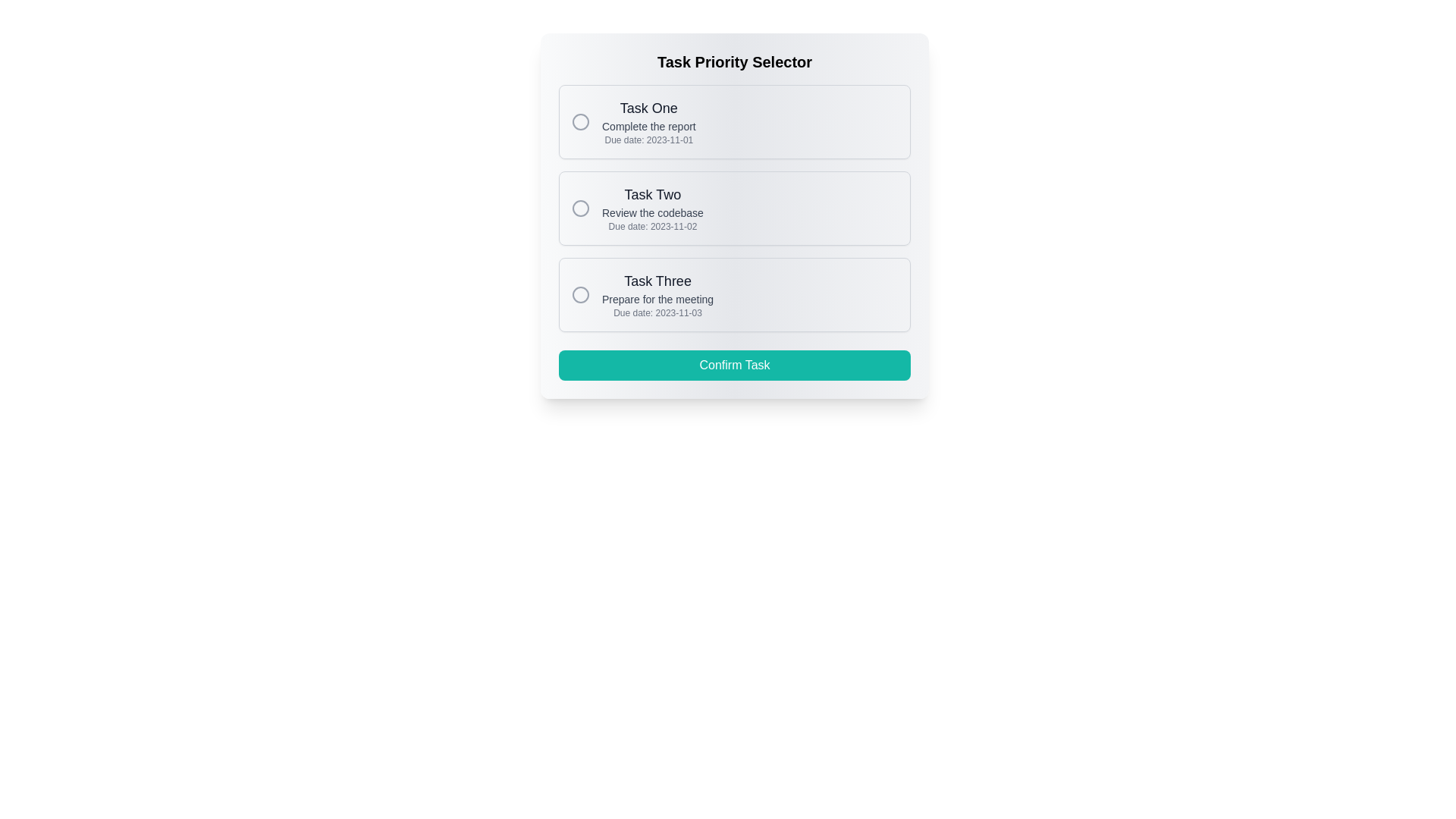  Describe the element at coordinates (580, 121) in the screenshot. I see `the Circular selection indicator (SVG Circle) located to the left of 'Task One'` at that location.